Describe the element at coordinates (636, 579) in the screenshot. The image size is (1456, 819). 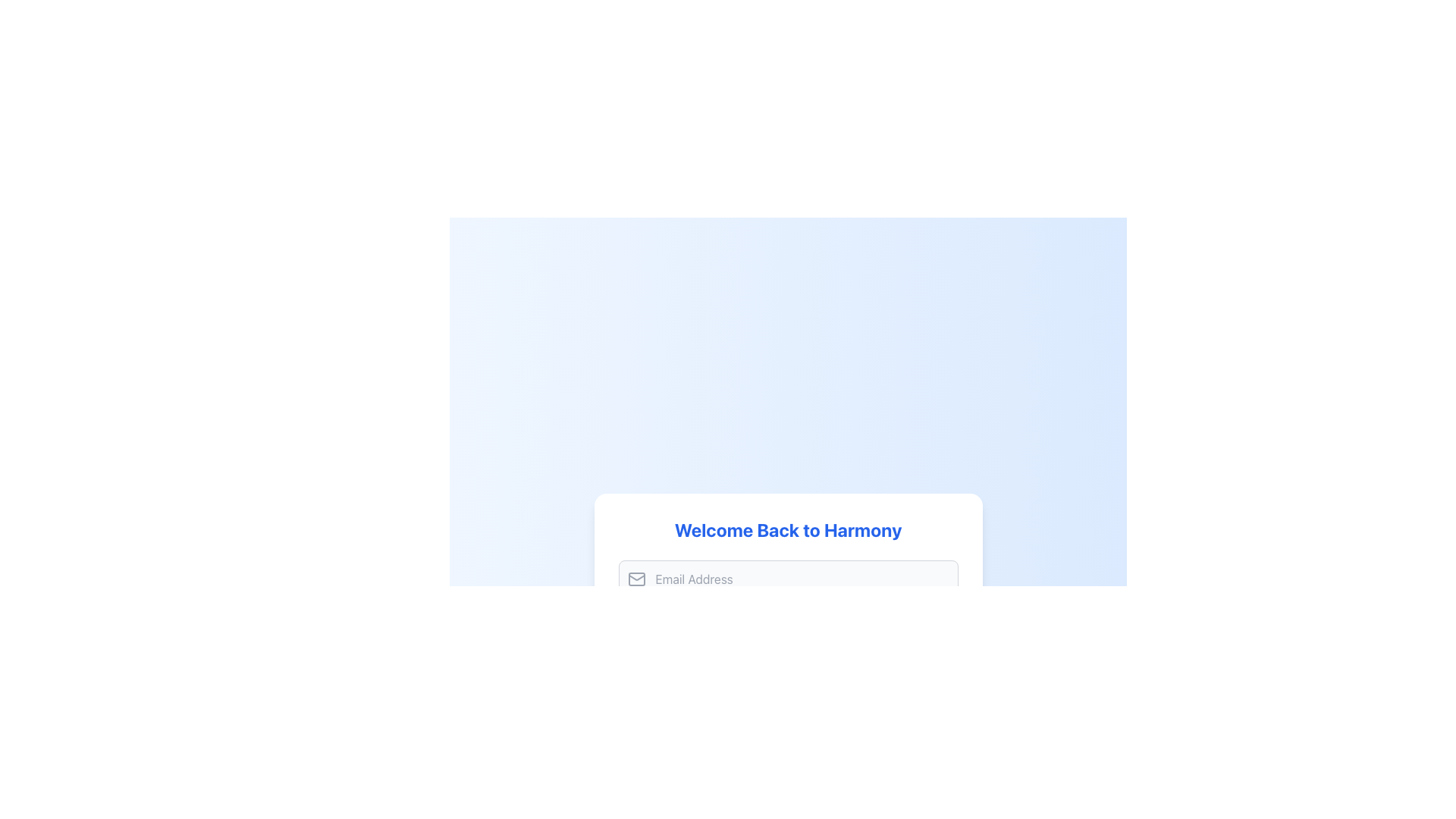
I see `the email envelope icon represented by the Graphic Icon Component` at that location.